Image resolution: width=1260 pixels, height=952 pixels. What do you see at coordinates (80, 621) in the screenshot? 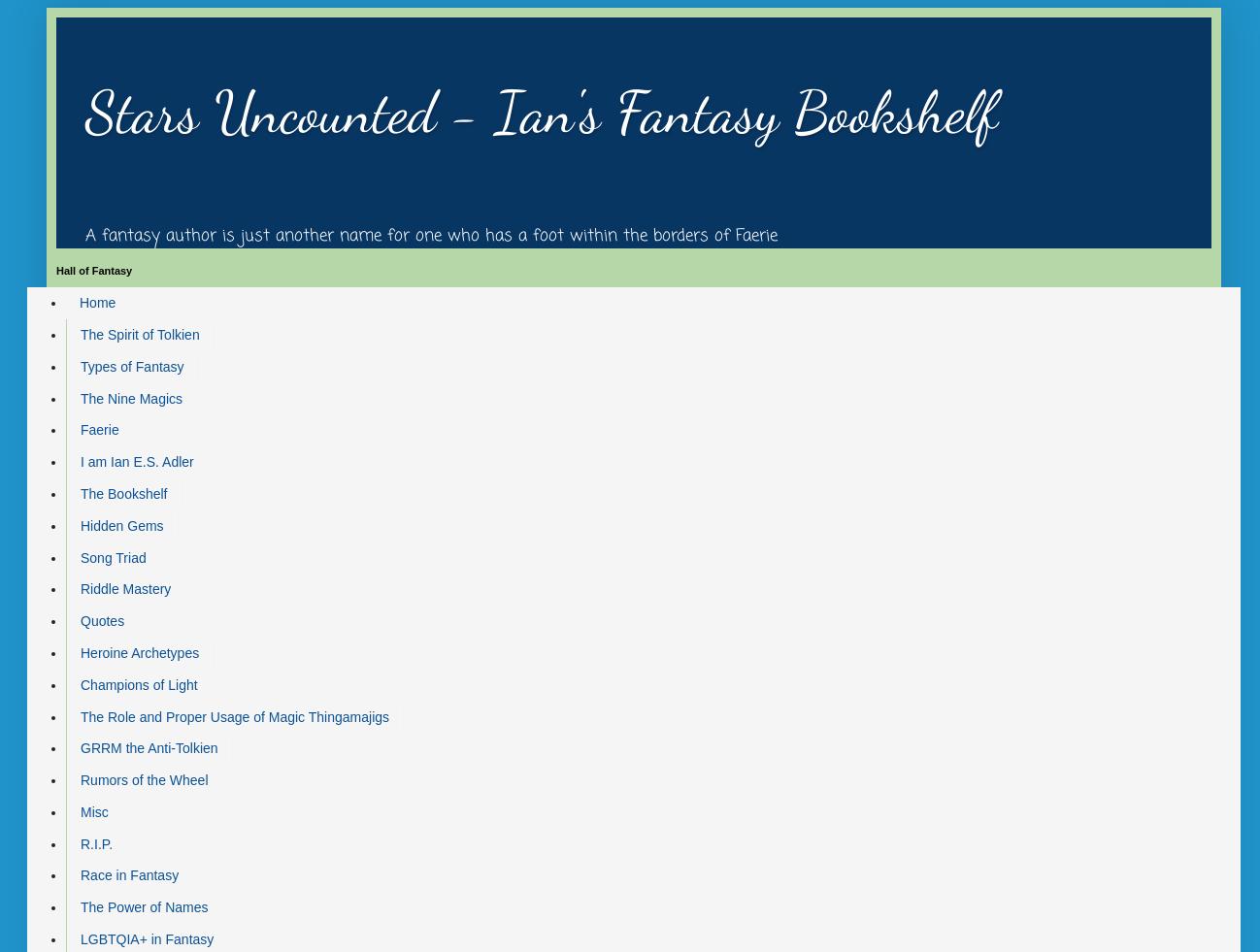
I see `'Quotes'` at bounding box center [80, 621].